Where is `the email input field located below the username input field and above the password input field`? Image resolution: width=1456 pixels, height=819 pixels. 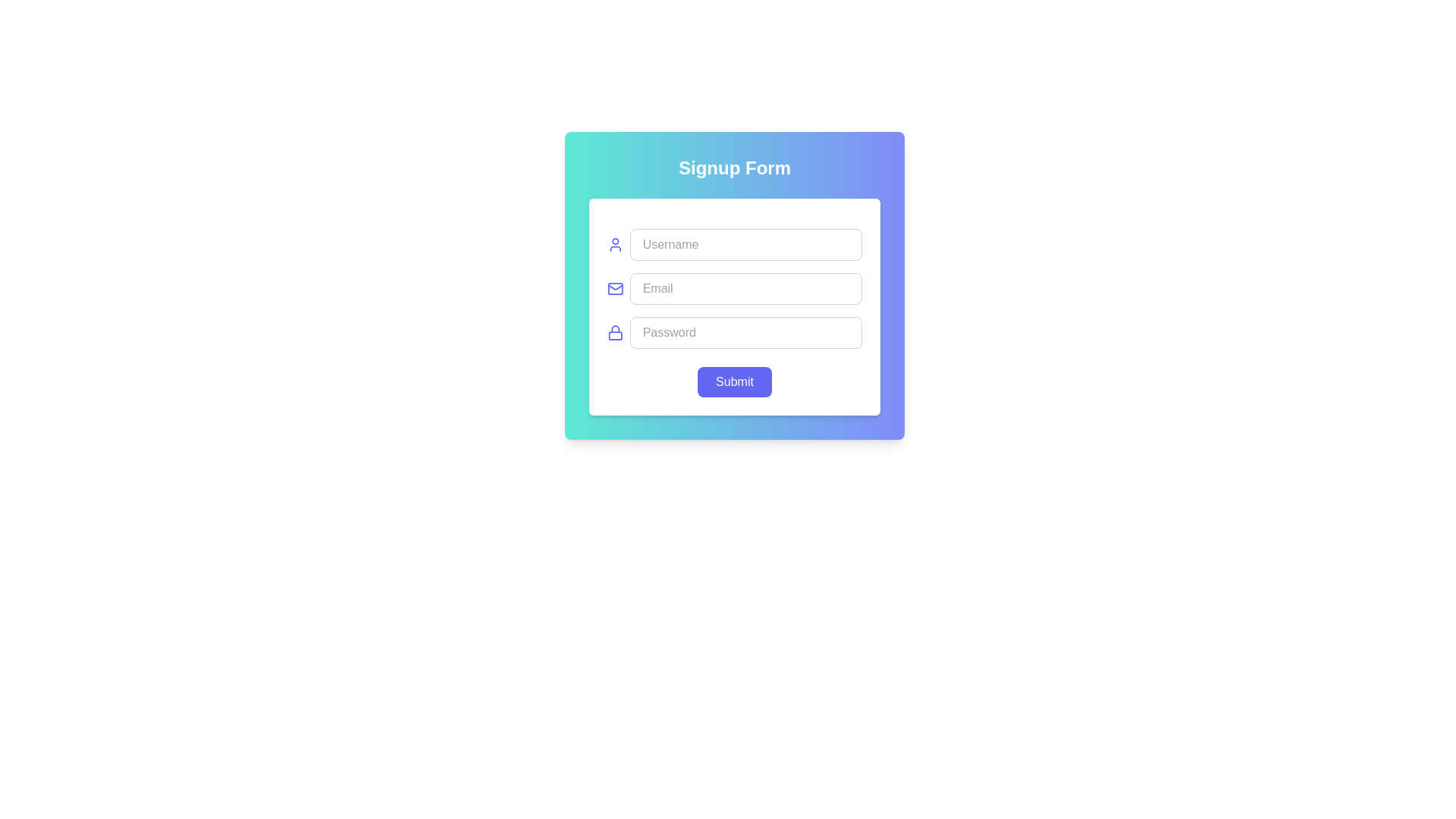
the email input field located below the username input field and above the password input field is located at coordinates (735, 289).